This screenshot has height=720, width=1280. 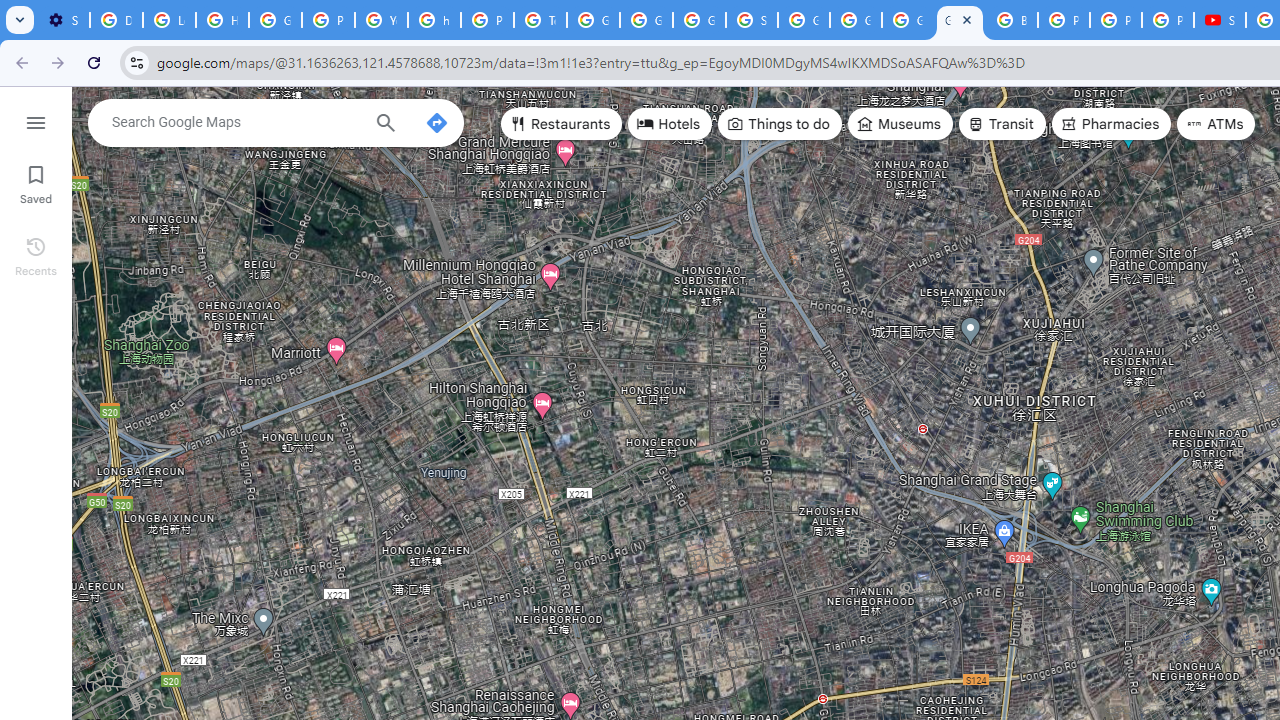 What do you see at coordinates (751, 20) in the screenshot?
I see `'Sign in - Google Accounts'` at bounding box center [751, 20].